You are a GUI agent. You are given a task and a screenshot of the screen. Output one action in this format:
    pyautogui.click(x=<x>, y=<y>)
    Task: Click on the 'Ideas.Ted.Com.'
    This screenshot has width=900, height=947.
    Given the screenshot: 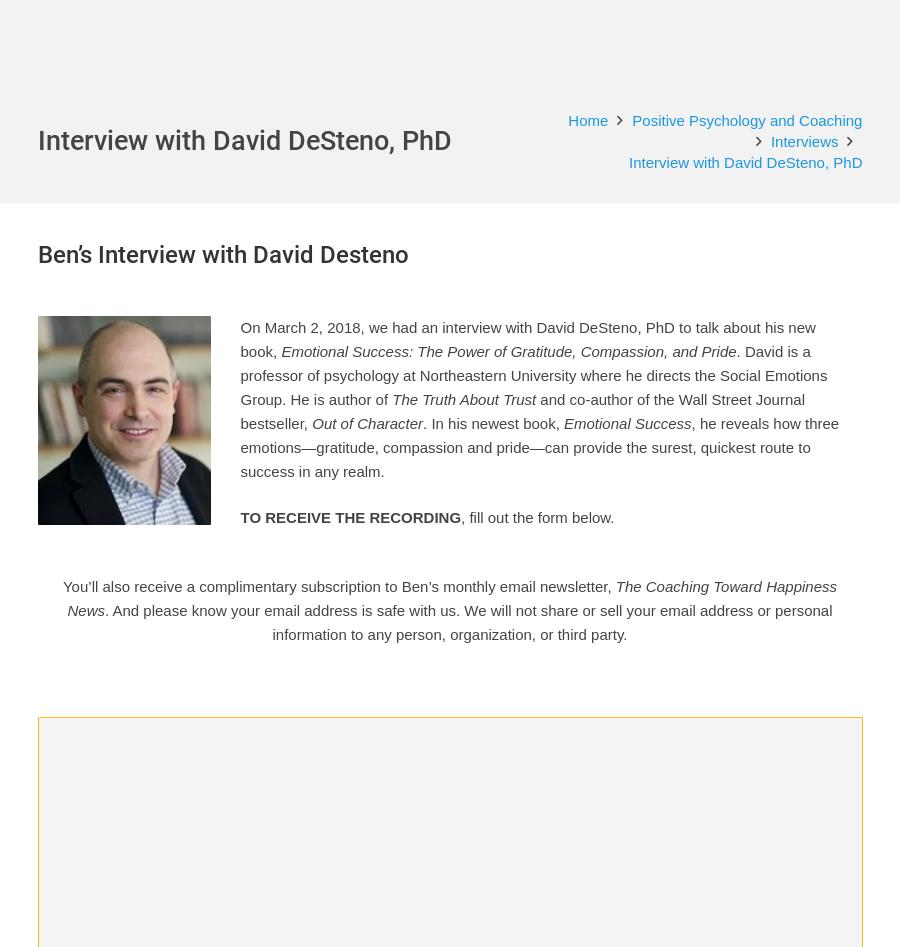 What is the action you would take?
    pyautogui.click(x=517, y=645)
    